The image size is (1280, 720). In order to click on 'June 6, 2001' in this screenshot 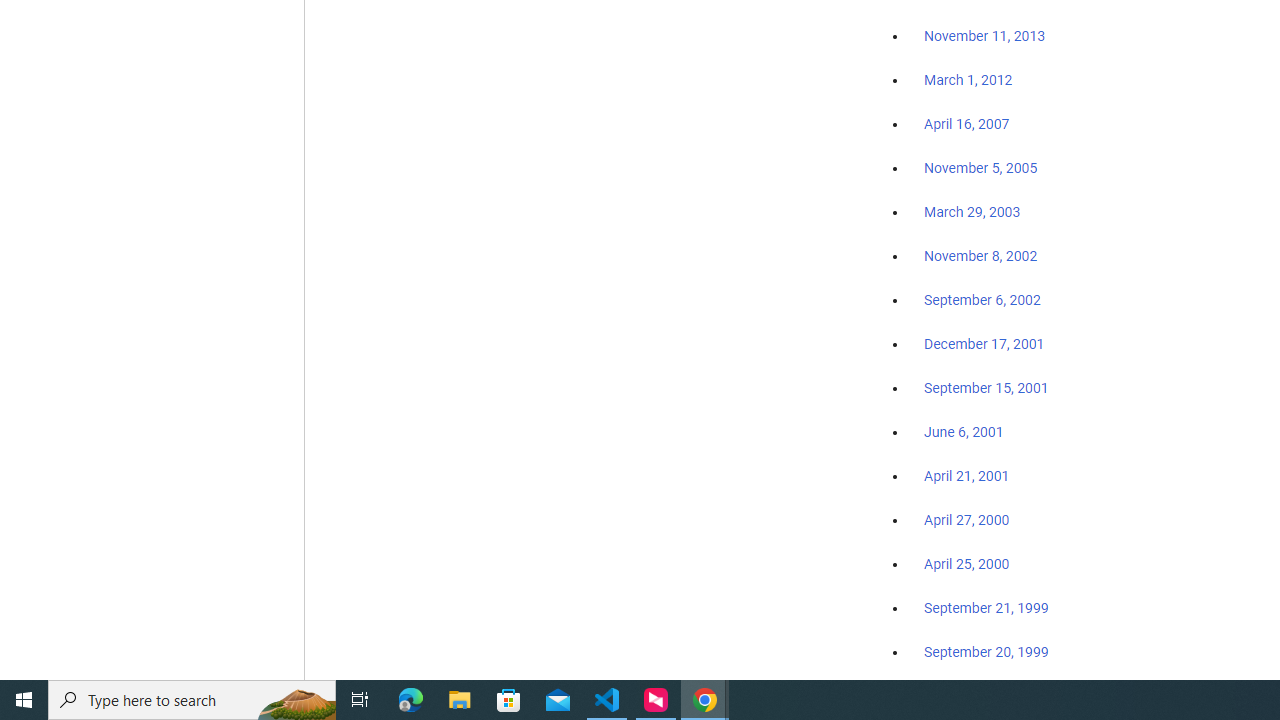, I will do `click(963, 431)`.